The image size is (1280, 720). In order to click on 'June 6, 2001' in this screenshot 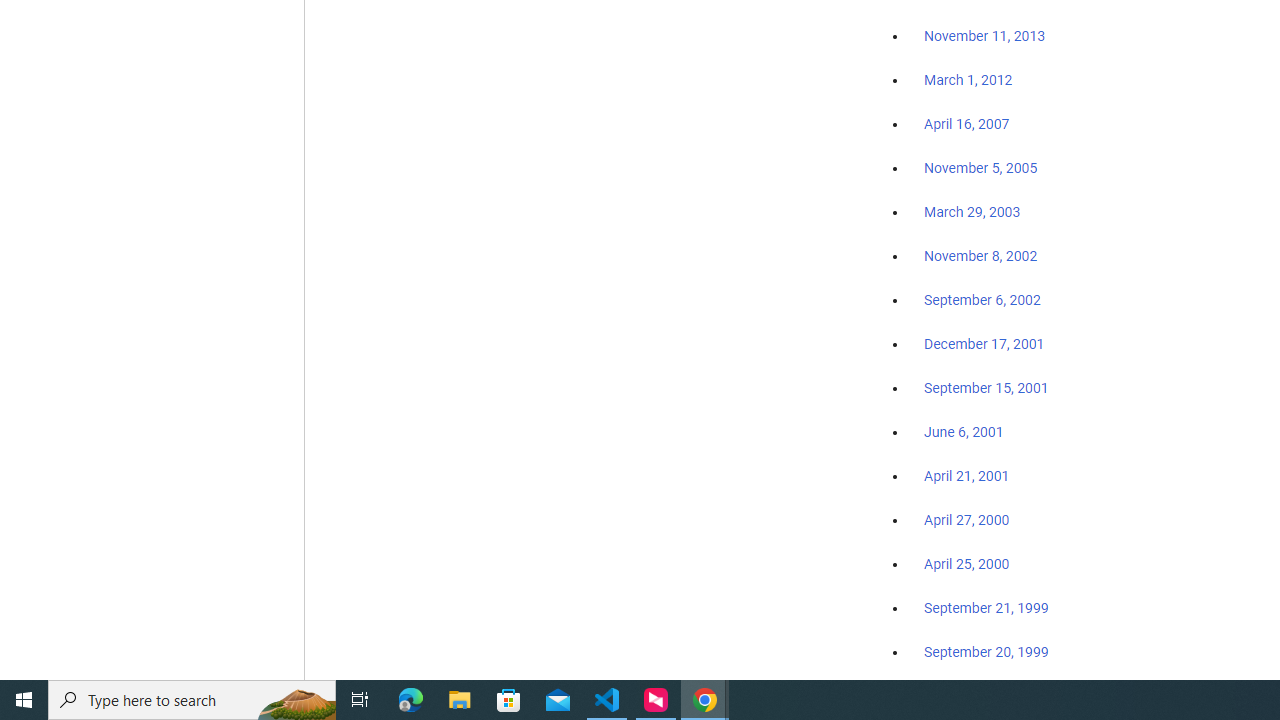, I will do `click(963, 431)`.